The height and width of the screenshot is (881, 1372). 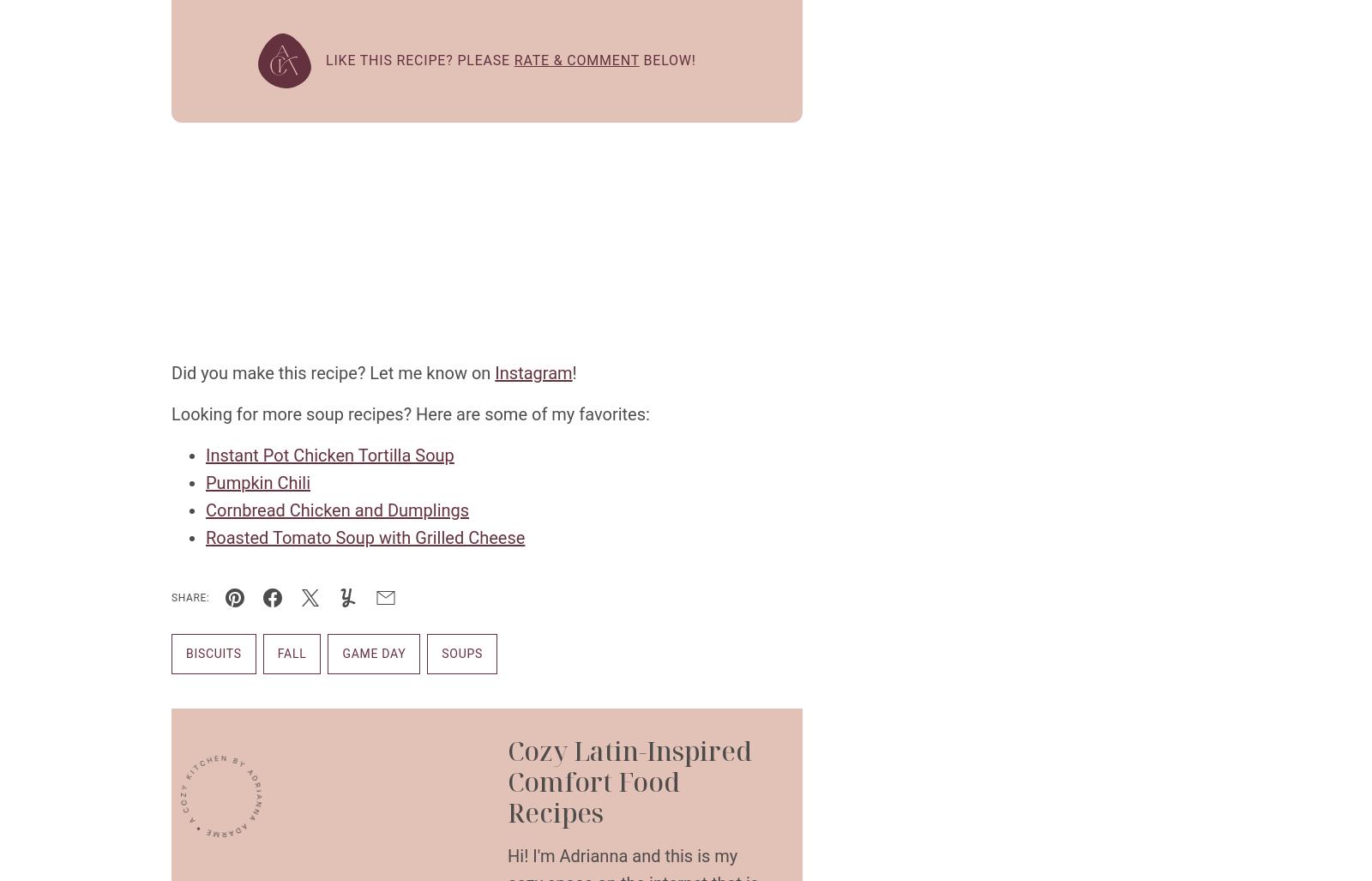 I want to click on 'Fall', so click(x=292, y=652).